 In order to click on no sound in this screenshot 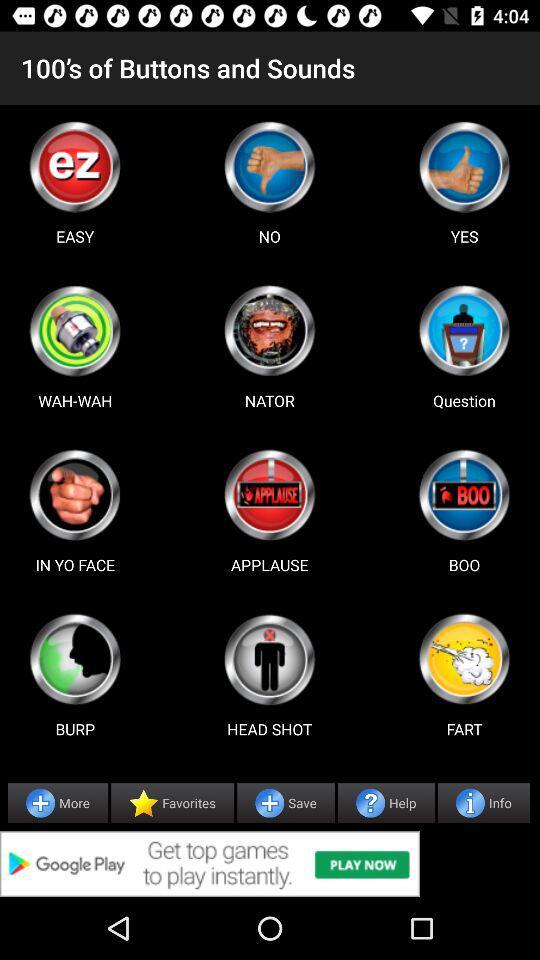, I will do `click(269, 165)`.